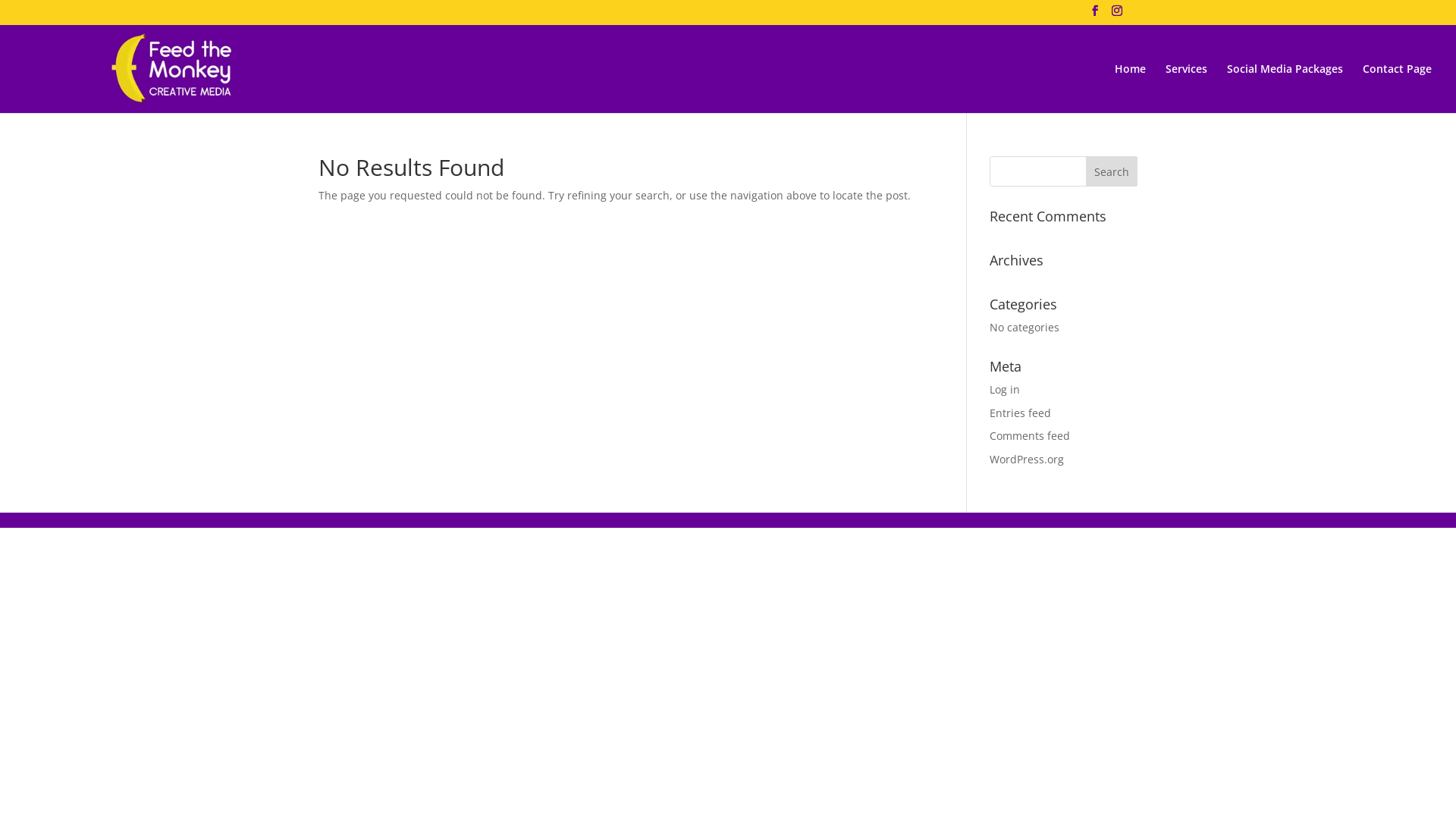  What do you see at coordinates (1226, 88) in the screenshot?
I see `'Social Media Packages'` at bounding box center [1226, 88].